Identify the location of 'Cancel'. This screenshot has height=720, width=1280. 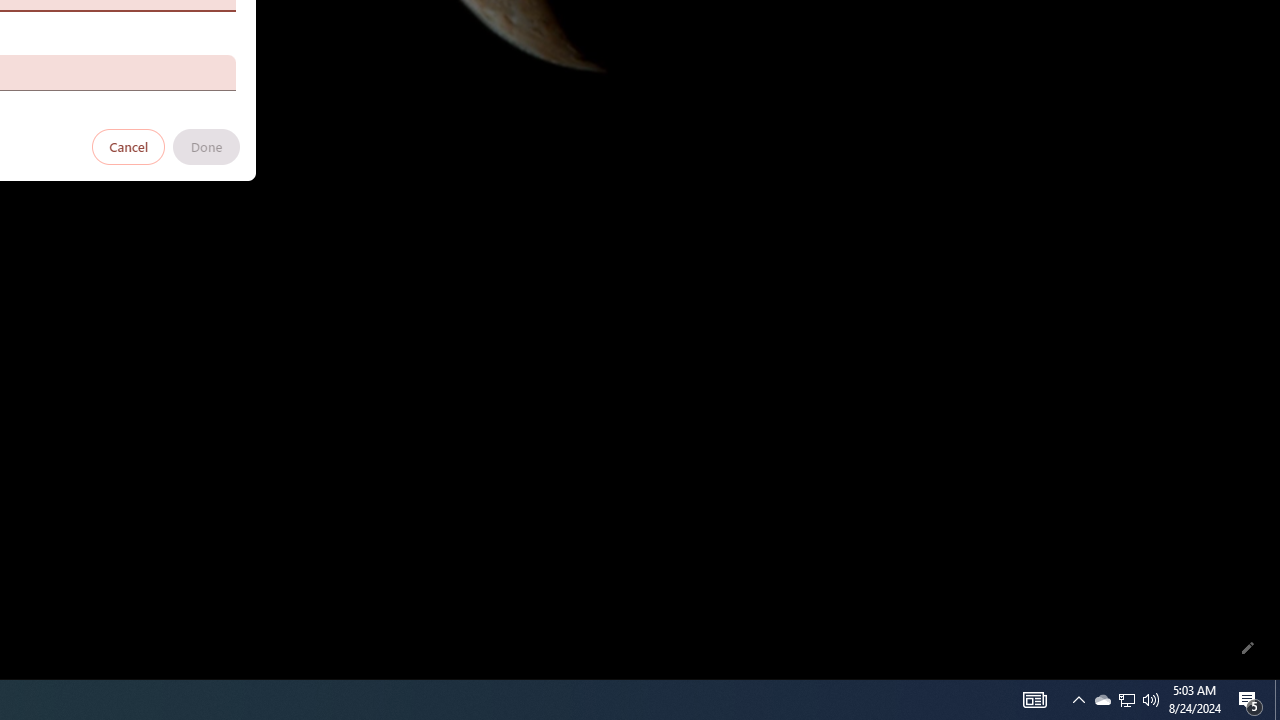
(128, 145).